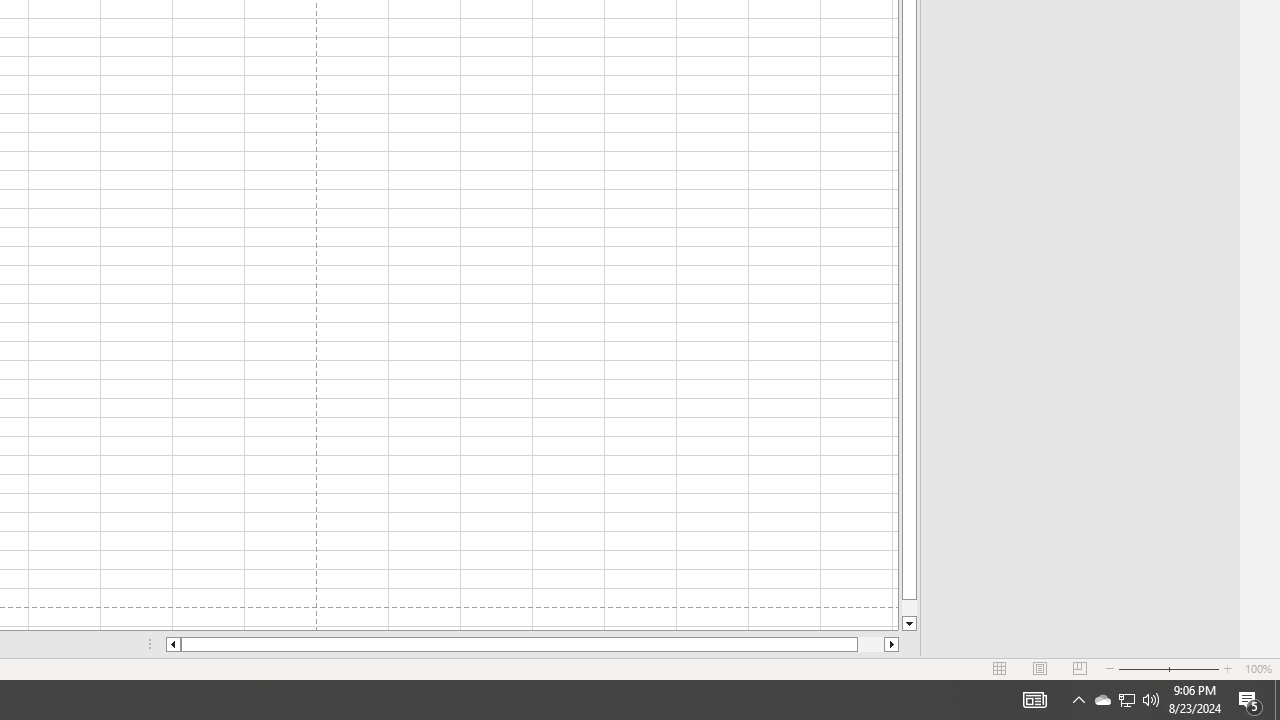 This screenshot has height=720, width=1280. I want to click on 'Zoom In', so click(1226, 669).